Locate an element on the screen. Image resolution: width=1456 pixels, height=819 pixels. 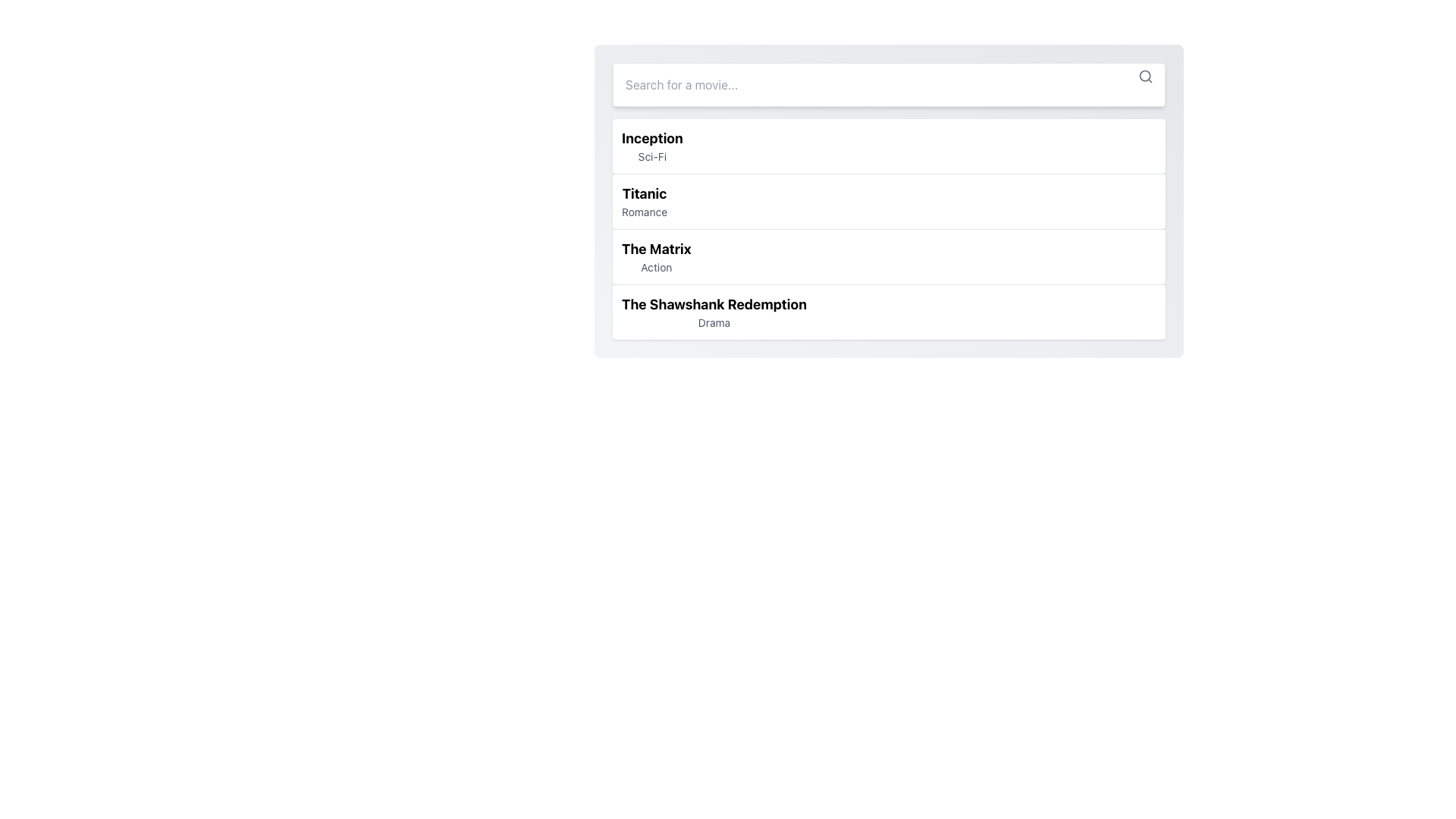
the list item displaying the title 'The Matrix' and genre 'Action' is located at coordinates (656, 256).